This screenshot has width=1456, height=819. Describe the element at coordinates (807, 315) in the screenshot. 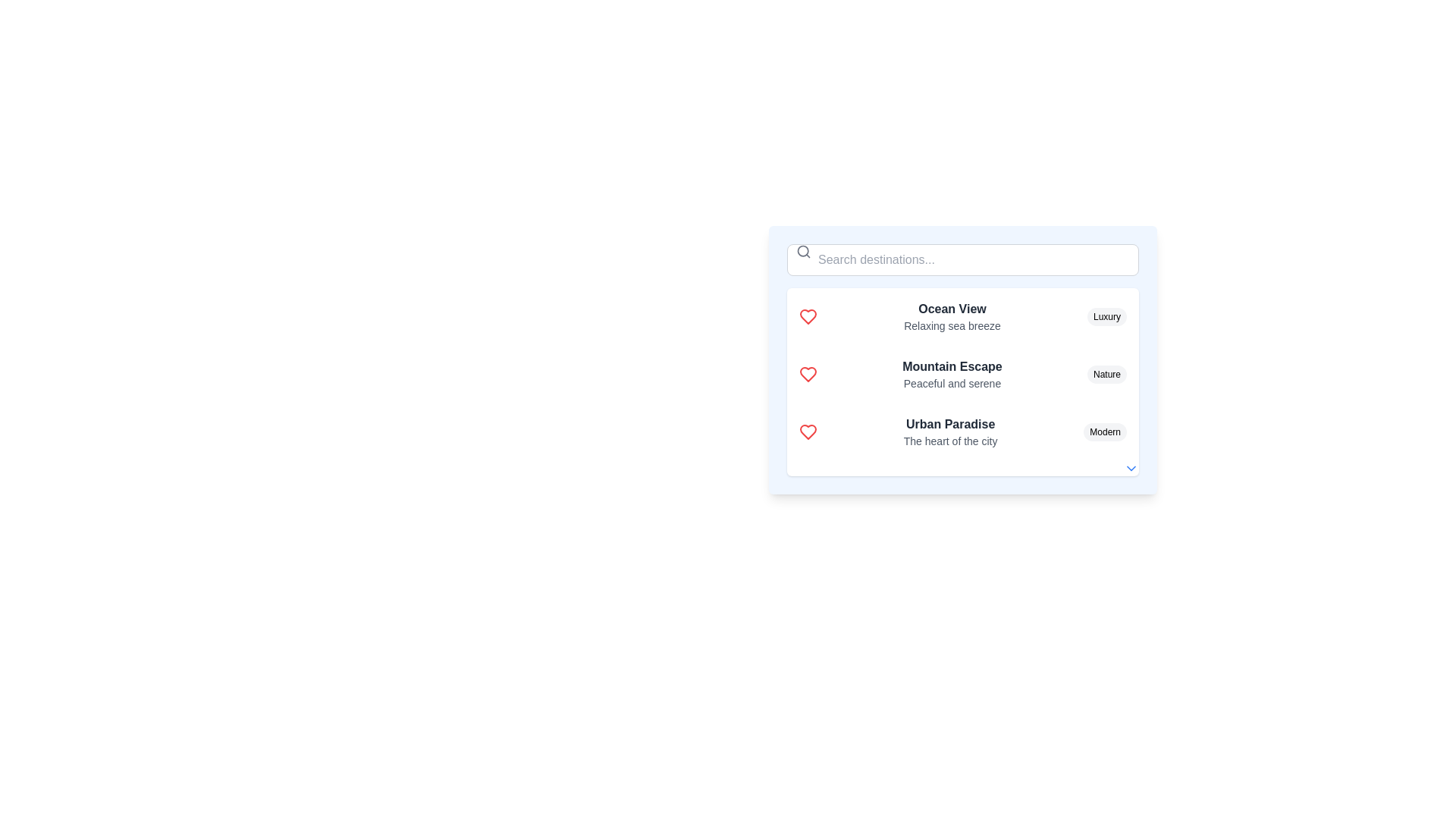

I see `the heart icon located to the left of the 'Ocean View' text to mark it as liked` at that location.